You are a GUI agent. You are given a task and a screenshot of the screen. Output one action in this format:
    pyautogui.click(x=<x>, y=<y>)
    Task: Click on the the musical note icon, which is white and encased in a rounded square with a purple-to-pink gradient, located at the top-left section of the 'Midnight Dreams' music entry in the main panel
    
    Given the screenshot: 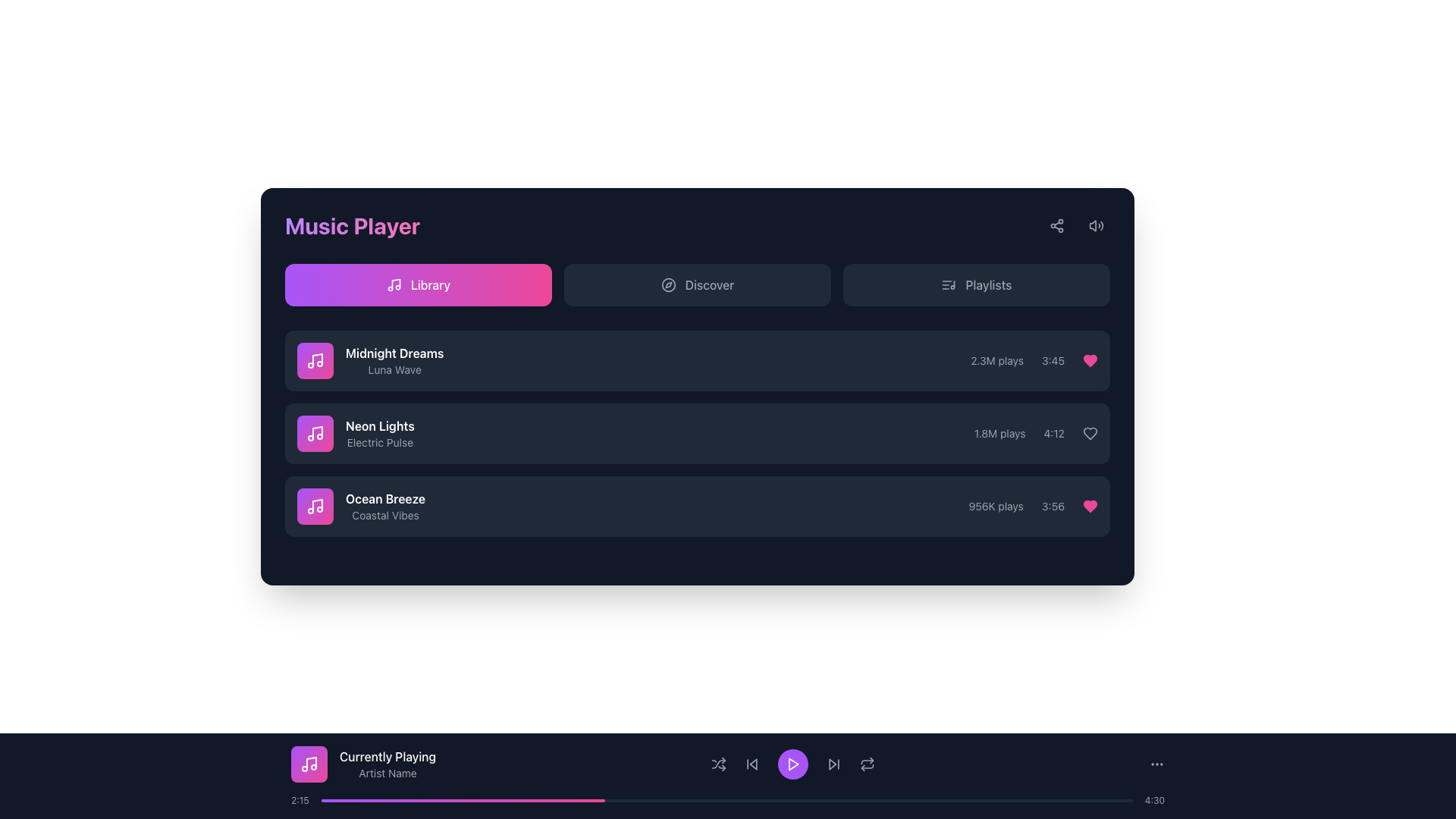 What is the action you would take?
    pyautogui.click(x=315, y=433)
    